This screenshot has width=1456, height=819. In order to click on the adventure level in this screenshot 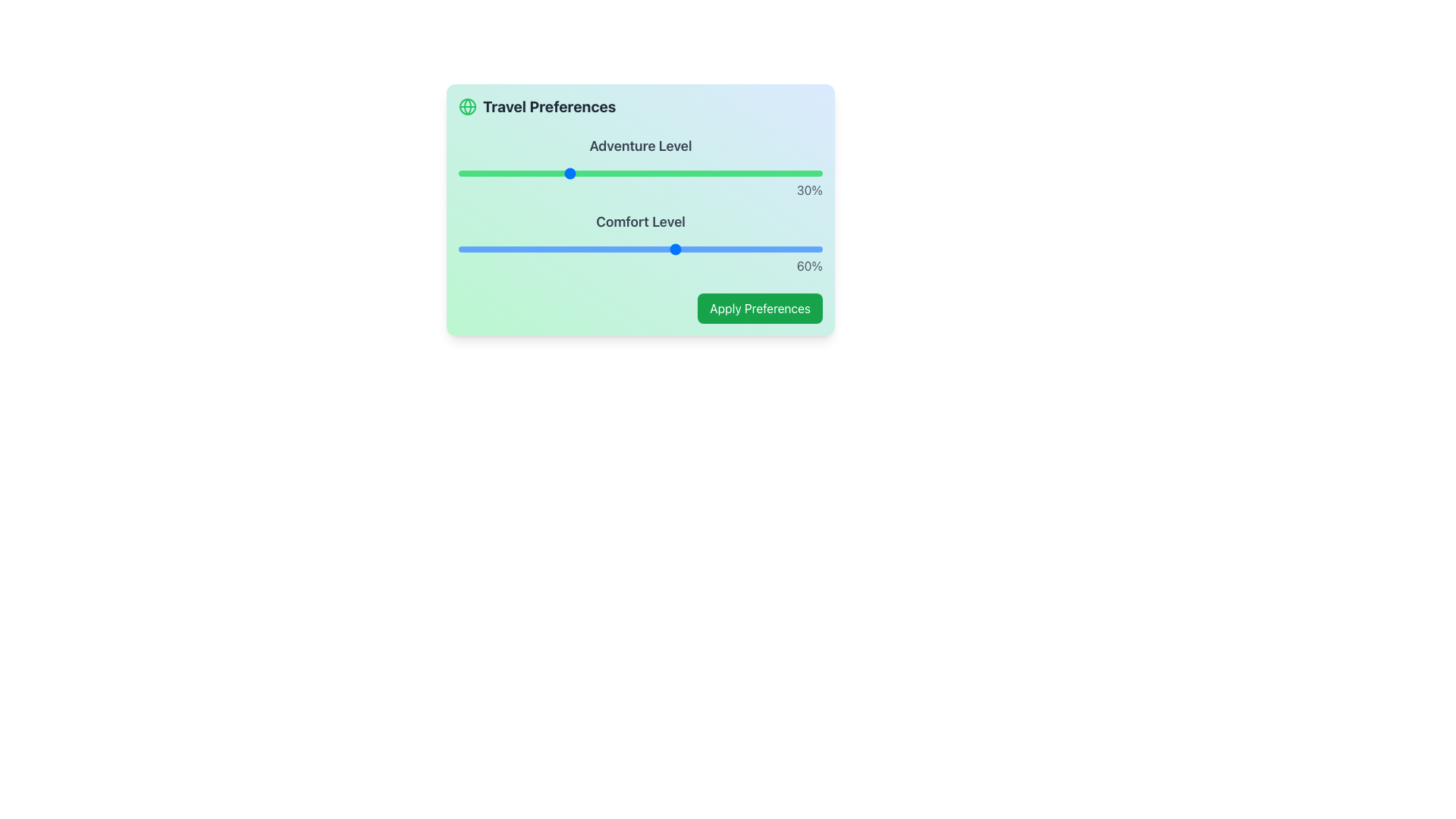, I will do `click(588, 172)`.